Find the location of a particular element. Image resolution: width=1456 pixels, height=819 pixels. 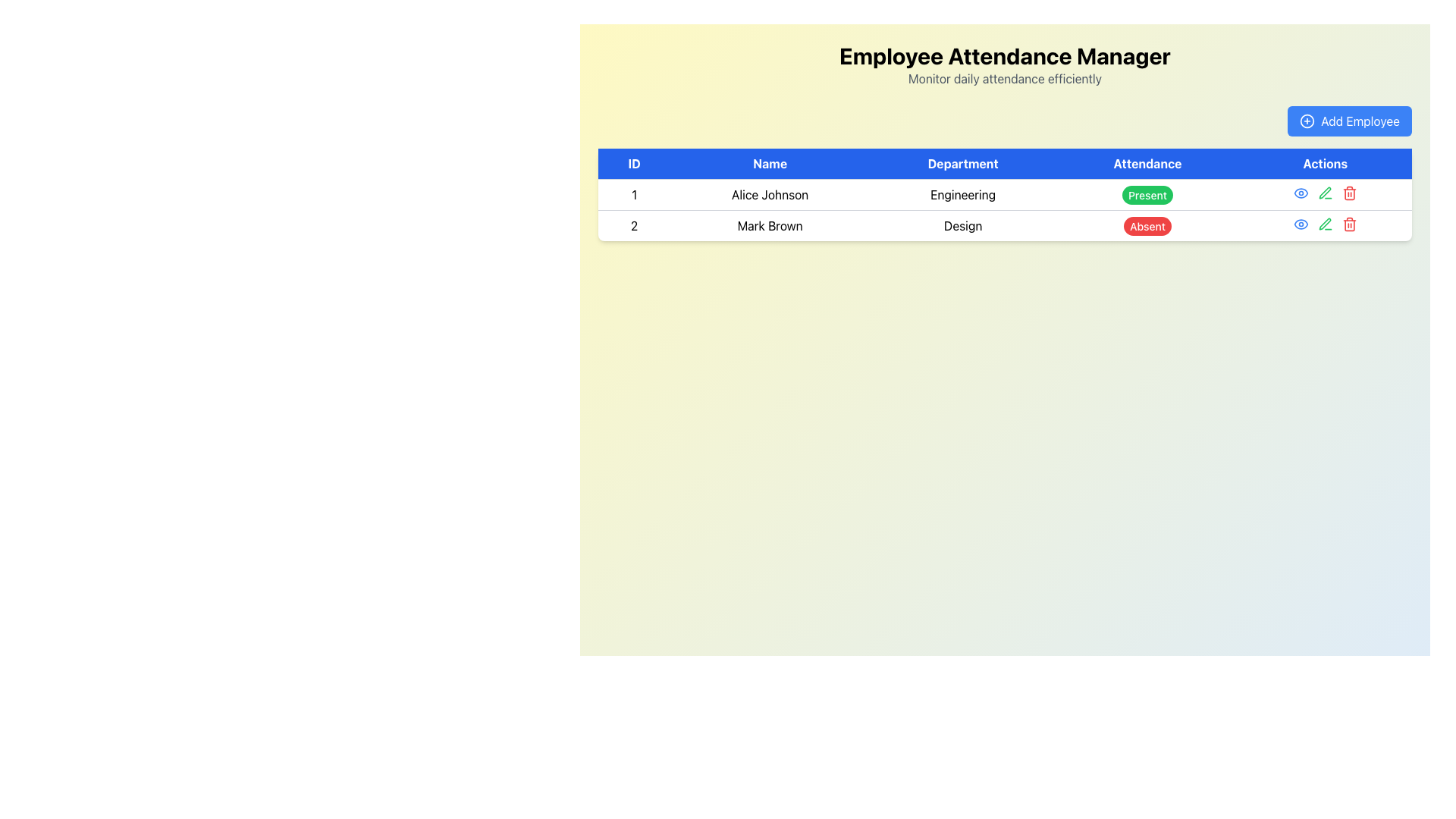

the text label displaying 'Design' located in the 'Department' column of the table row for 'Mark Brown' is located at coordinates (962, 225).